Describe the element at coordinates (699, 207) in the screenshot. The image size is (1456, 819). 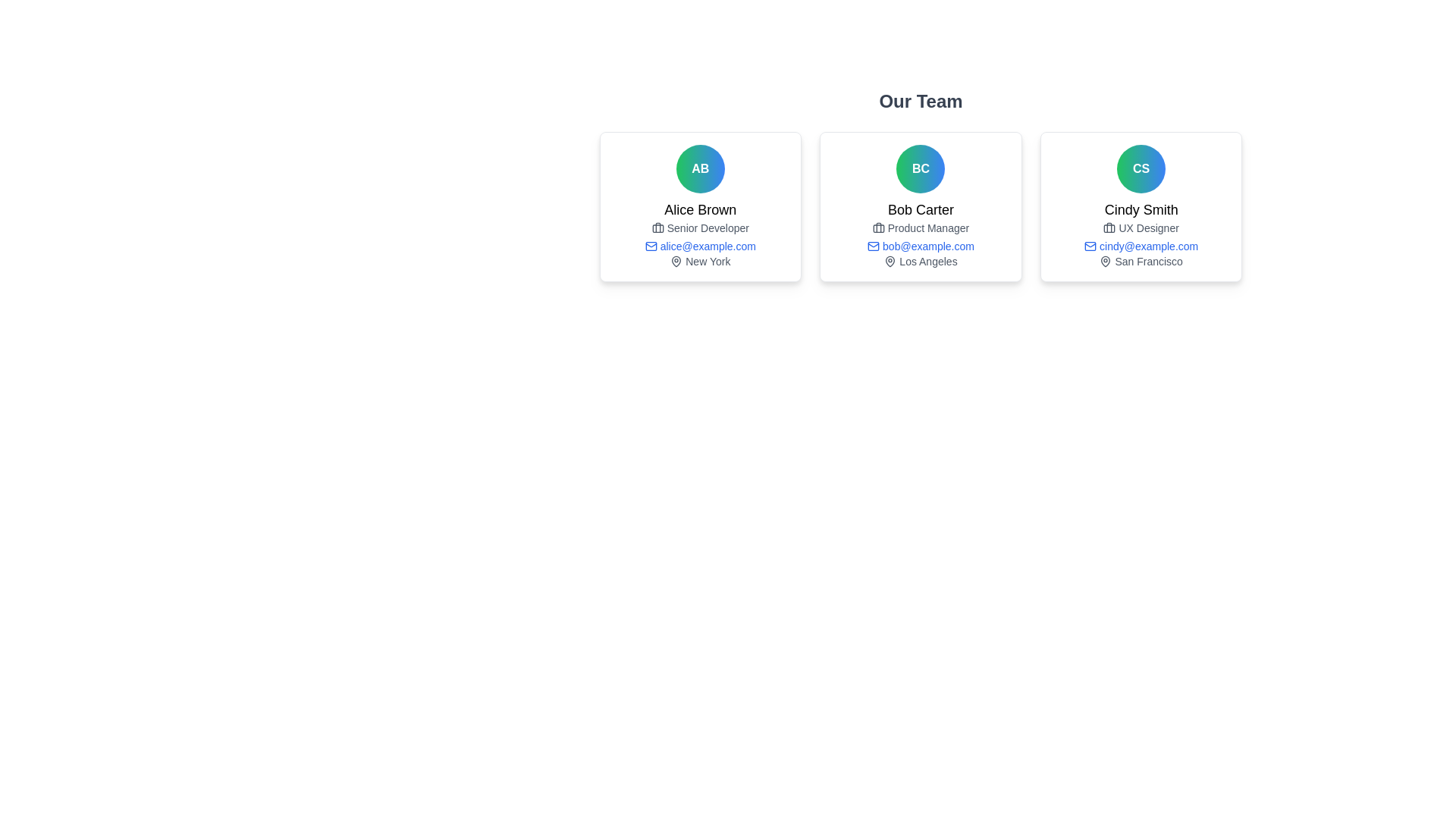
I see `the User profile card displaying team member information, which is the first card in a row of three under the 'Our Team' title` at that location.